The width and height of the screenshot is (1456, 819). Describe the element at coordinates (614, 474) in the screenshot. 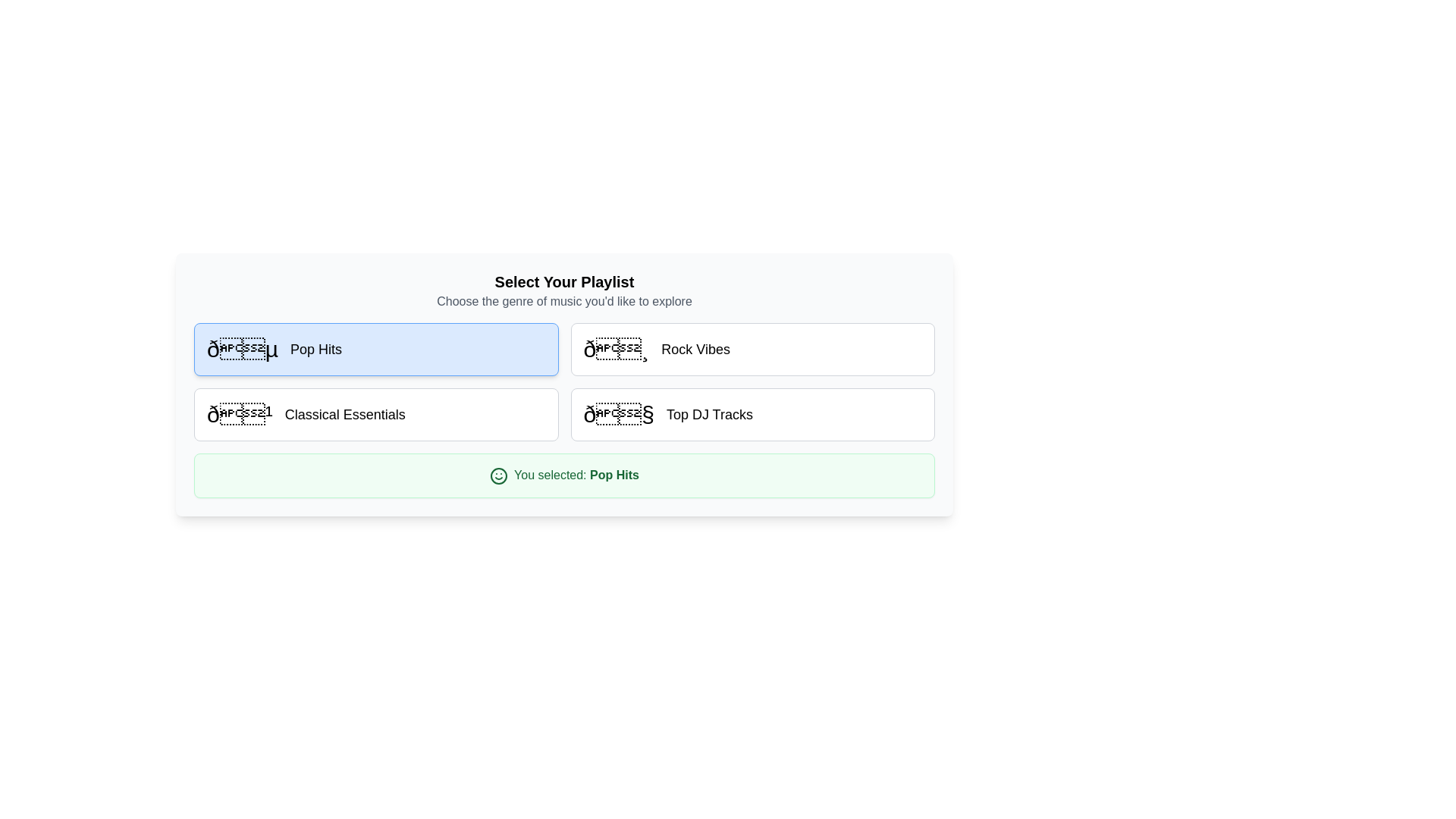

I see `the 'Pop Hits' text label, which is styled in green color and located within the confirmation area at the bottom of the interface, under the playlist selection options` at that location.